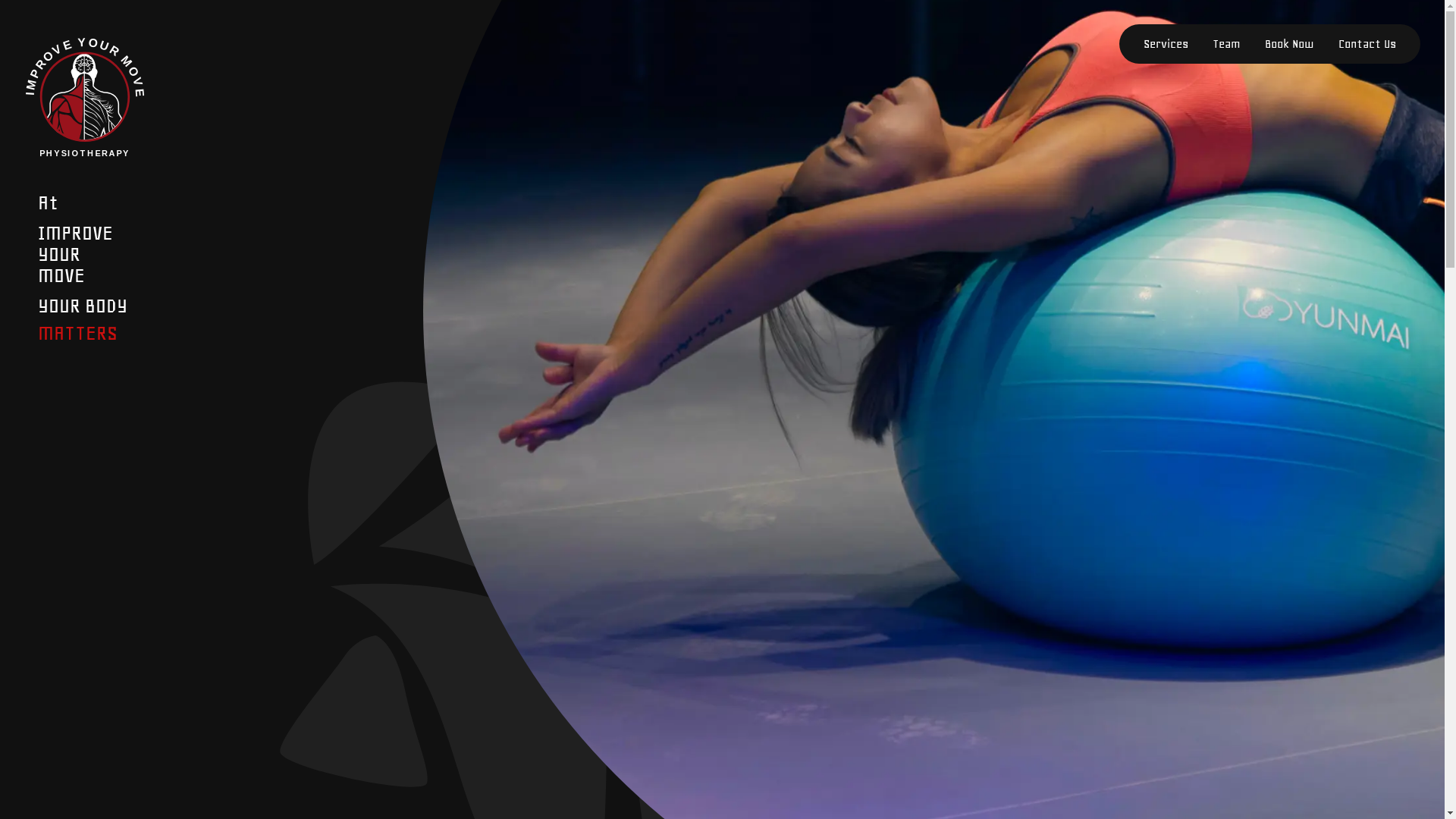  Describe the element at coordinates (1288, 42) in the screenshot. I see `'Book Now'` at that location.